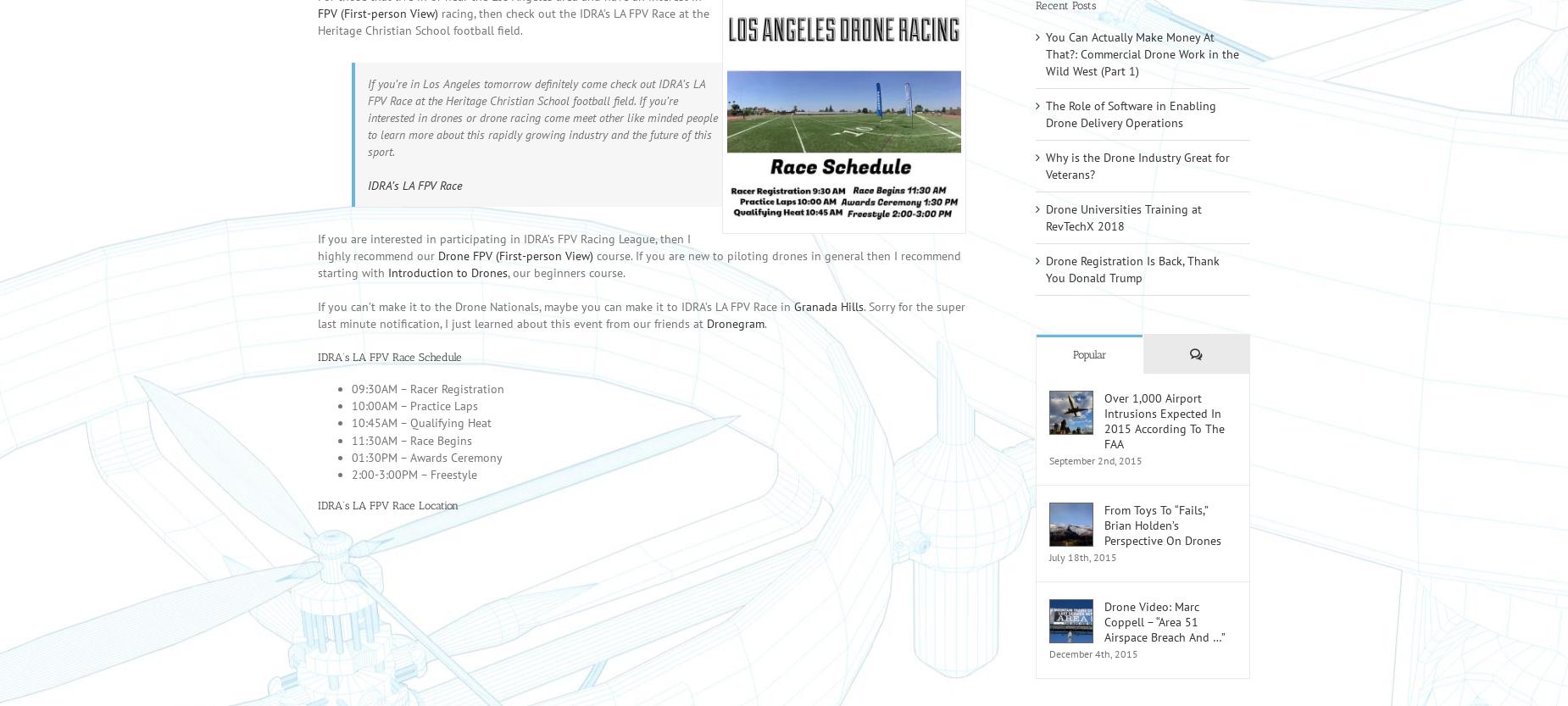 This screenshot has height=706, width=1568. I want to click on 'Drone Video: Marc Coppell – “Area 51 Airspace Breach And …”', so click(1164, 645).